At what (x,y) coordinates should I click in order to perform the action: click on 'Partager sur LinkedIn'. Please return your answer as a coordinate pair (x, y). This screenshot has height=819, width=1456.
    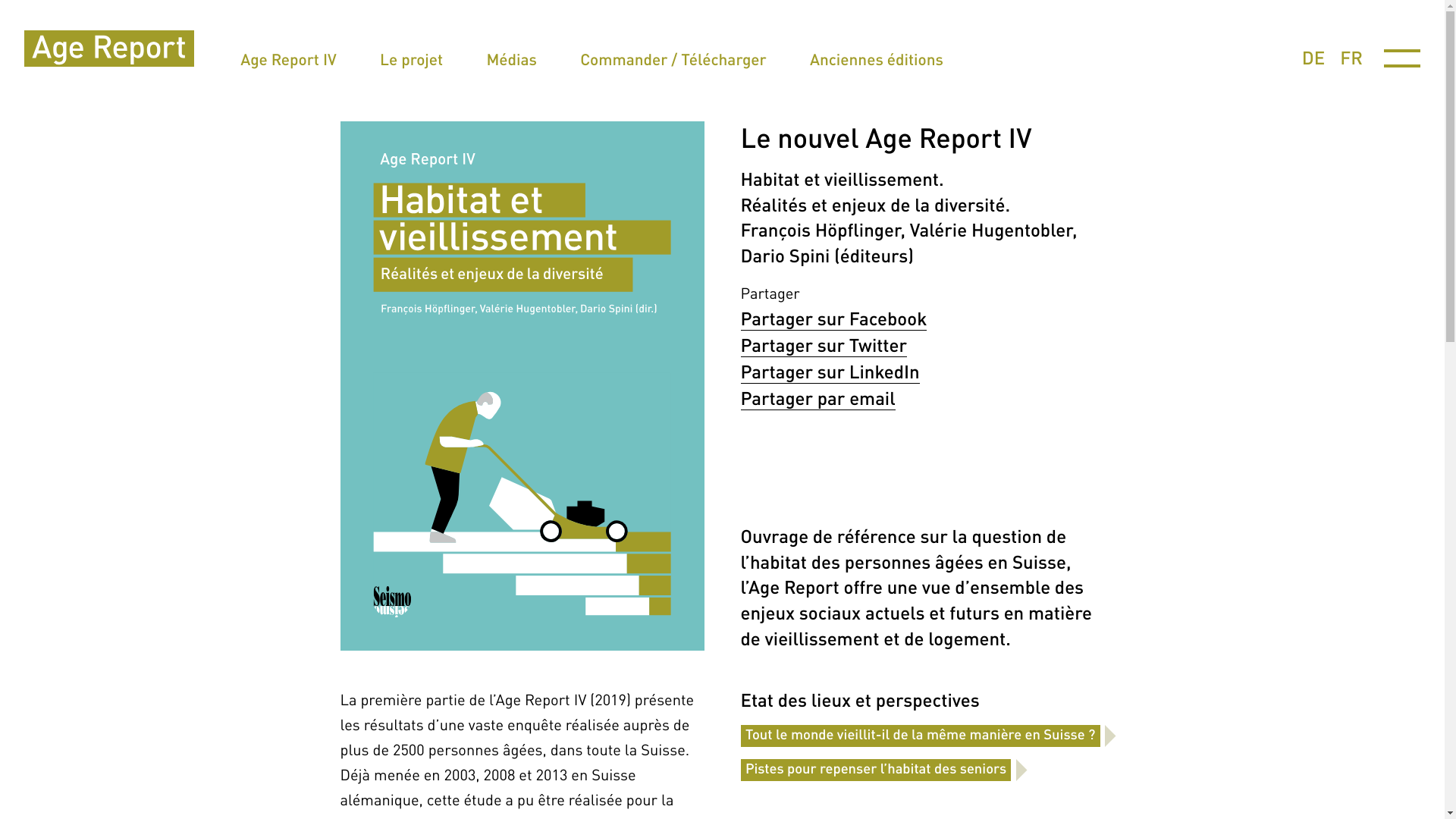
    Looking at the image, I should click on (739, 371).